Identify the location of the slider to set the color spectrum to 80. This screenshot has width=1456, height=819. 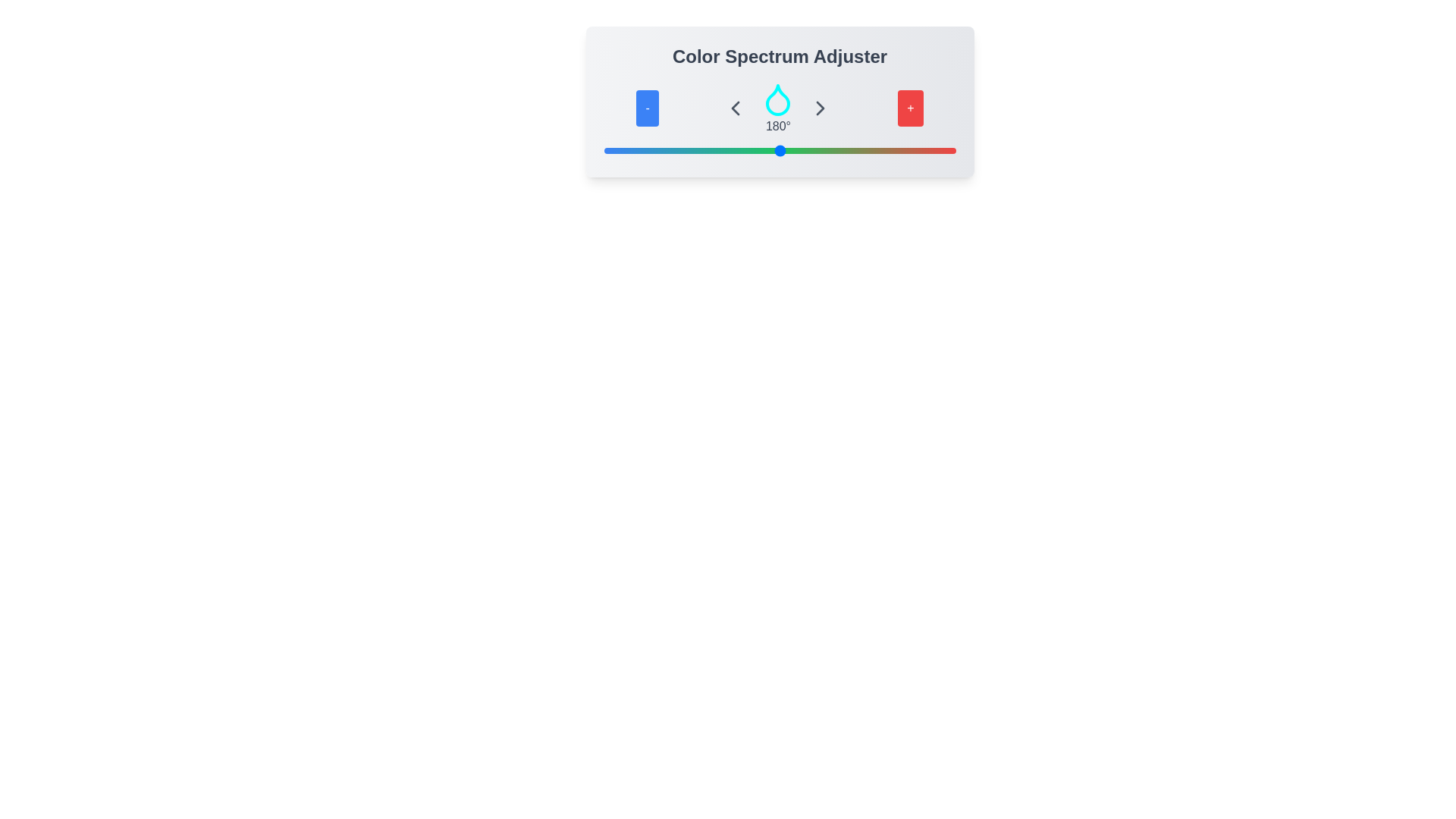
(681, 151).